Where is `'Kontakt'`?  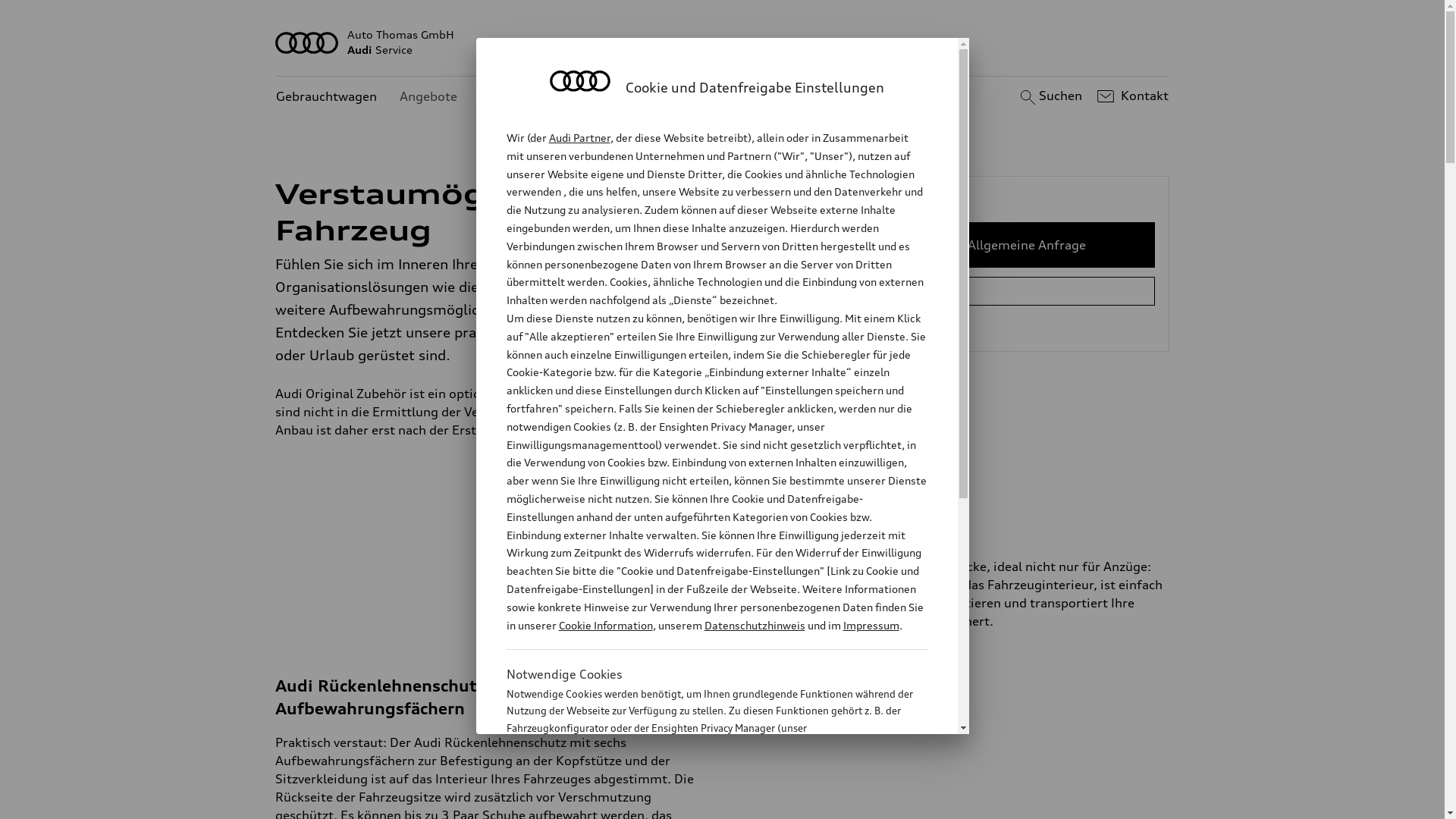 'Kontakt' is located at coordinates (1131, 96).